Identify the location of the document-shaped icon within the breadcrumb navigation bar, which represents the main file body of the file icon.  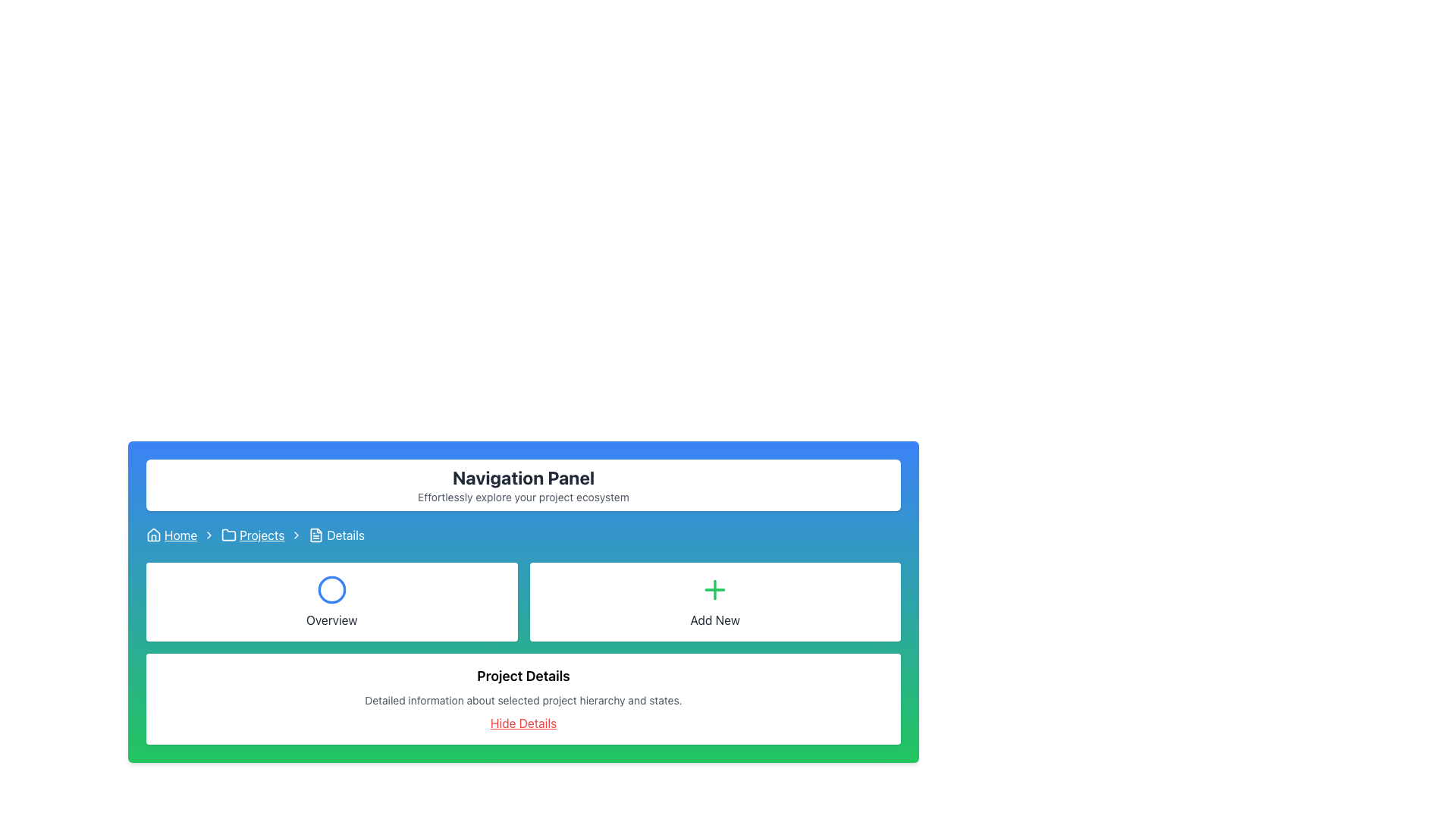
(315, 534).